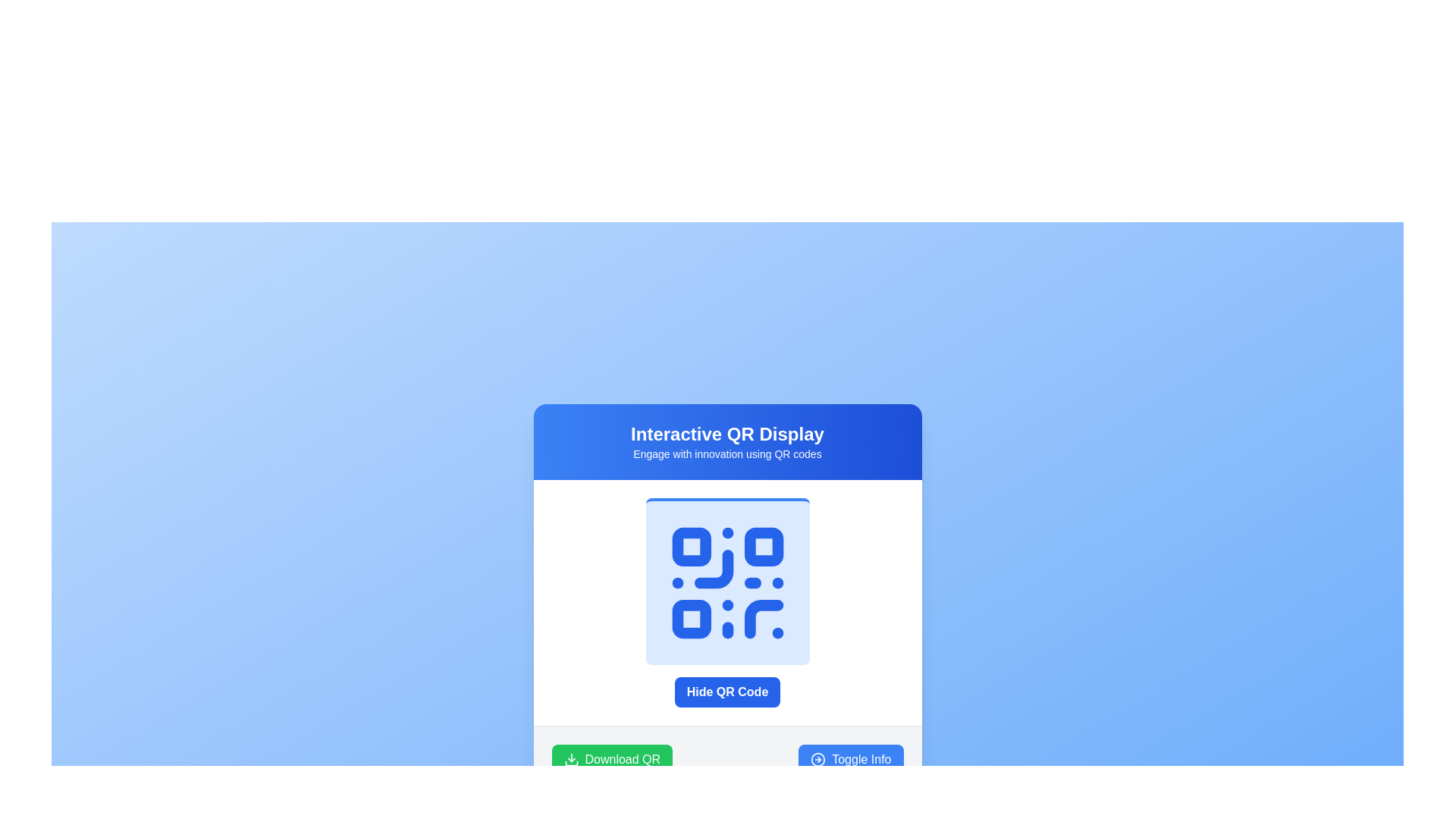 The image size is (1456, 819). What do you see at coordinates (726, 582) in the screenshot?
I see `the QR code graphic icon located centrally within the 'Interactive QR Display' section, beneath the blue header` at bounding box center [726, 582].